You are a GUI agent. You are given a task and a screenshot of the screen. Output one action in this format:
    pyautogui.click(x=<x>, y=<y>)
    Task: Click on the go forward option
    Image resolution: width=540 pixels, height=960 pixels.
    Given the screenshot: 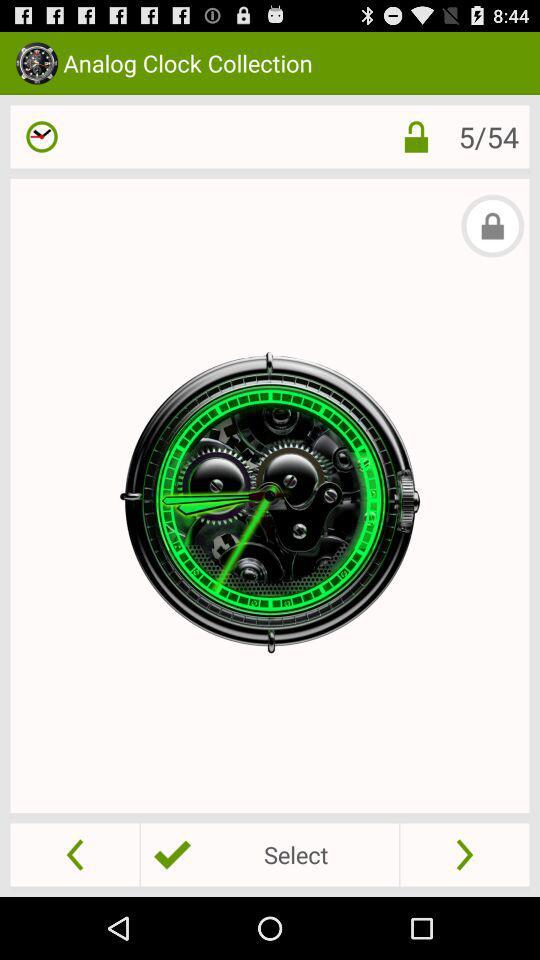 What is the action you would take?
    pyautogui.click(x=464, y=853)
    